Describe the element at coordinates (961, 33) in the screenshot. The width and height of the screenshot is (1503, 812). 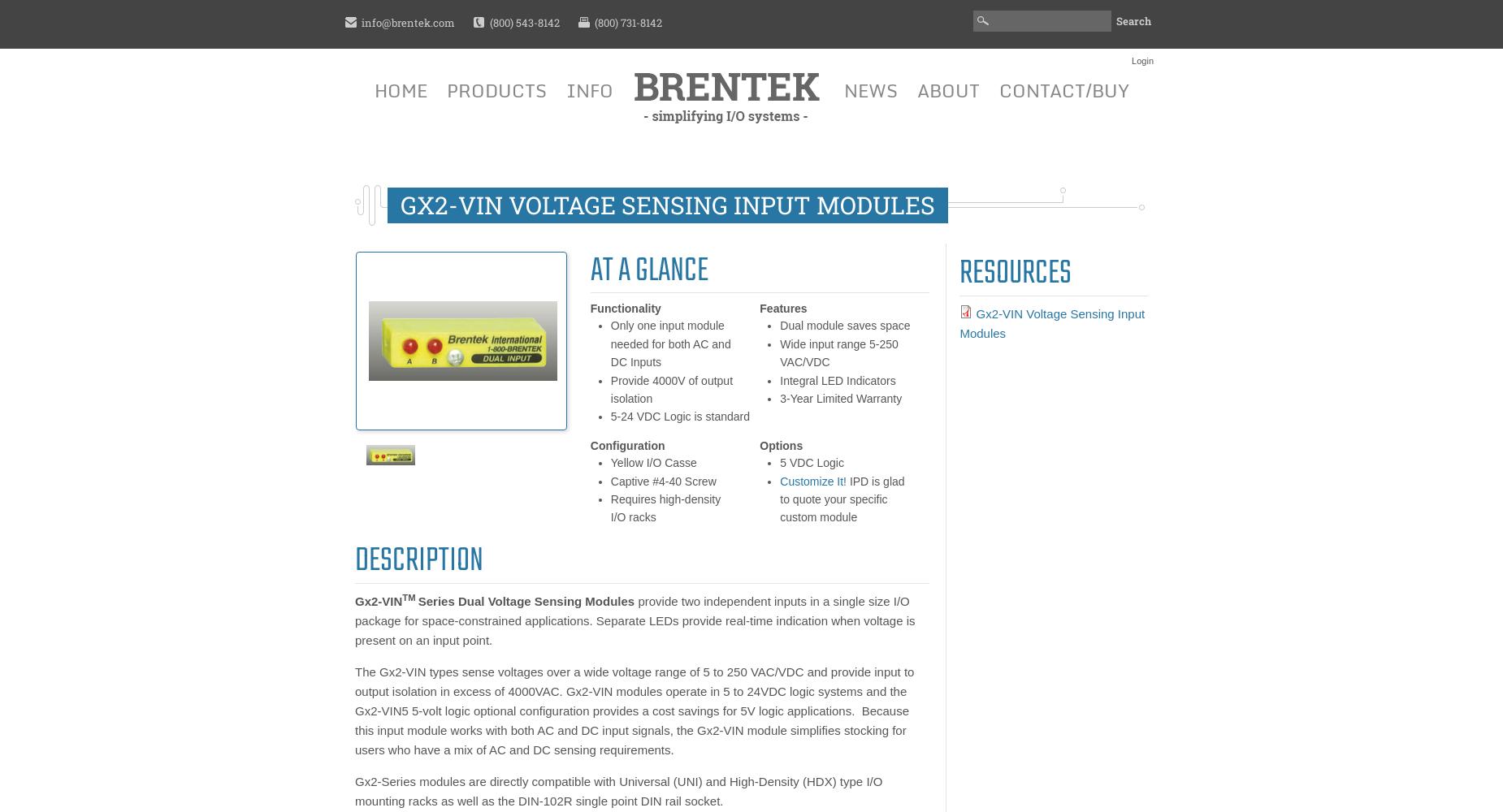
I see `'Search form'` at that location.